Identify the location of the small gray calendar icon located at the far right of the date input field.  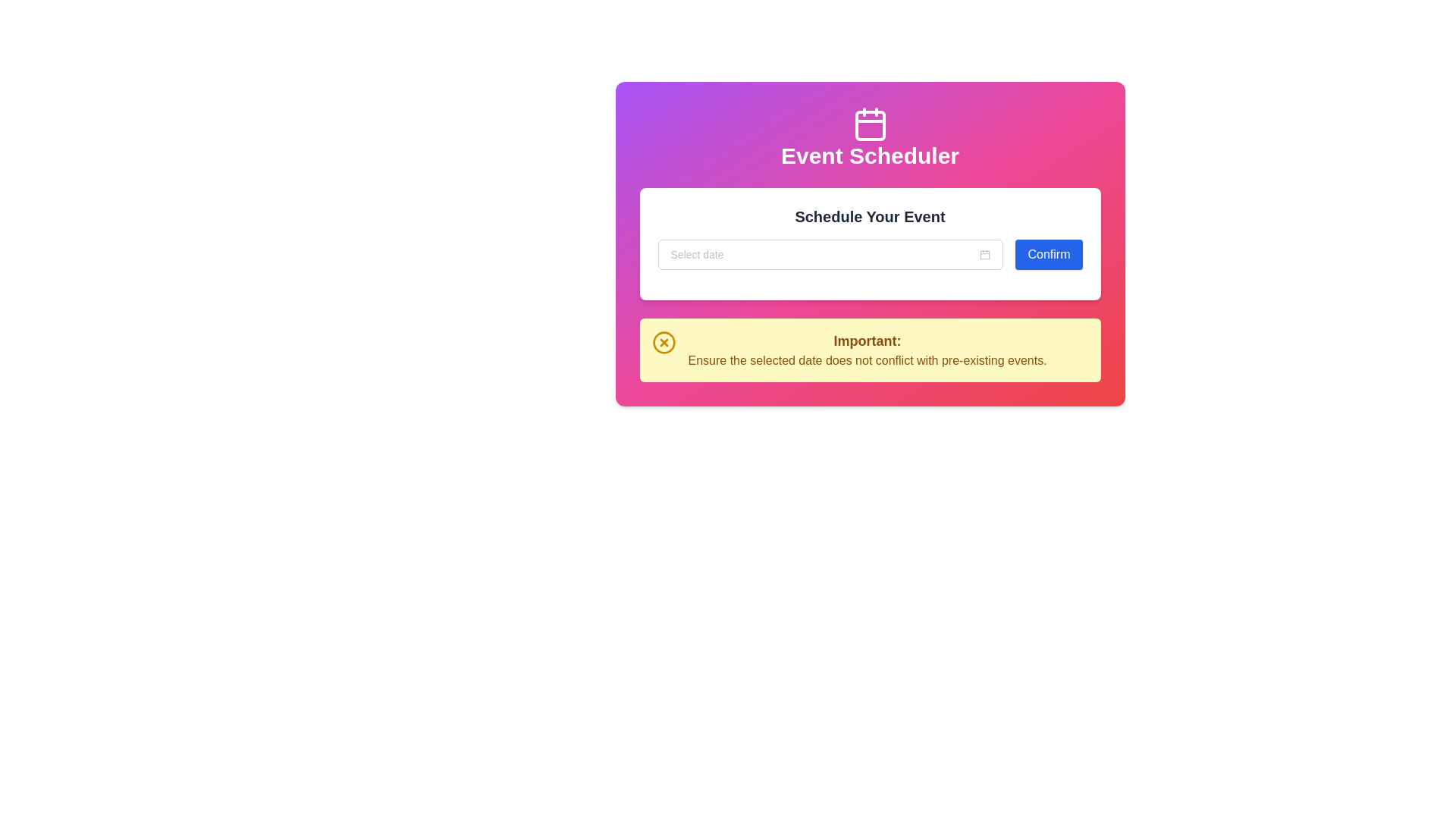
(985, 253).